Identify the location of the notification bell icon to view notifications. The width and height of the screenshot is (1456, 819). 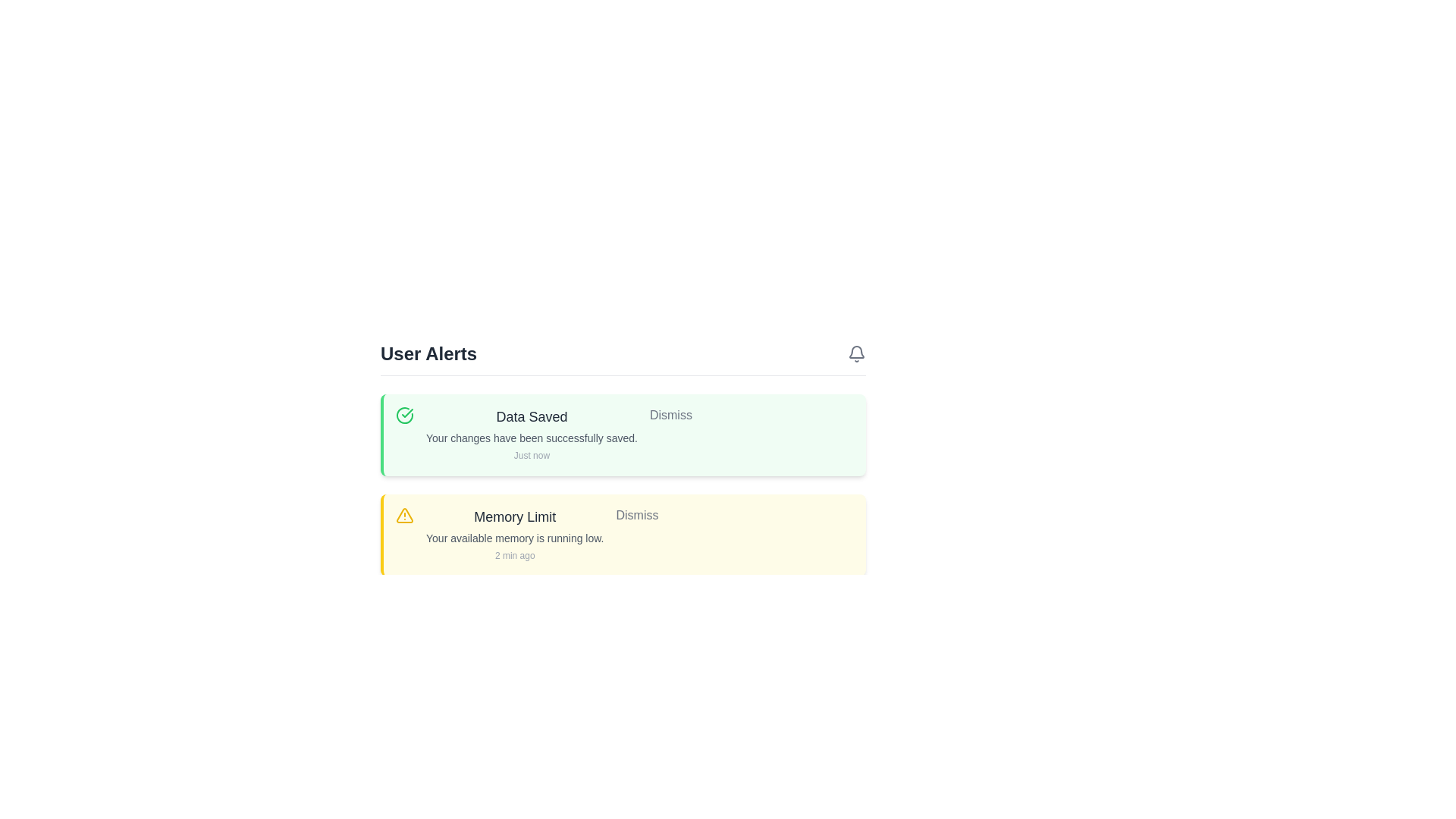
(856, 353).